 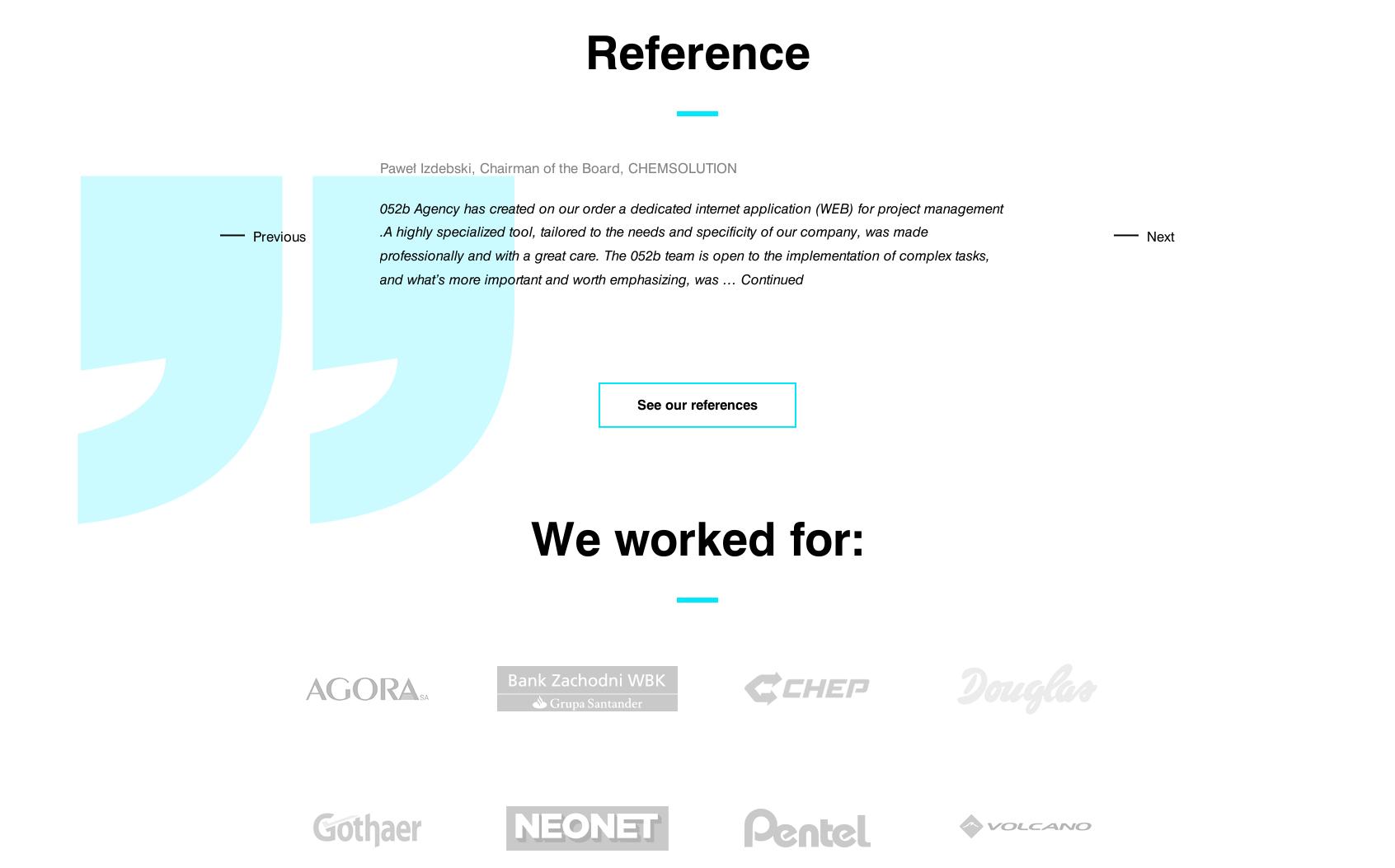 What do you see at coordinates (379, 243) in the screenshot?
I see `'052b Agency has created on our order a dedicated internet application (WEB) for project management .A highly specialized tool, tailored to the needs and specificity of our company, was made professionally and with a great care. The 052b team is open to the implementation of complex tasks, and what’s more important and worth emphasizing, was …'` at bounding box center [379, 243].